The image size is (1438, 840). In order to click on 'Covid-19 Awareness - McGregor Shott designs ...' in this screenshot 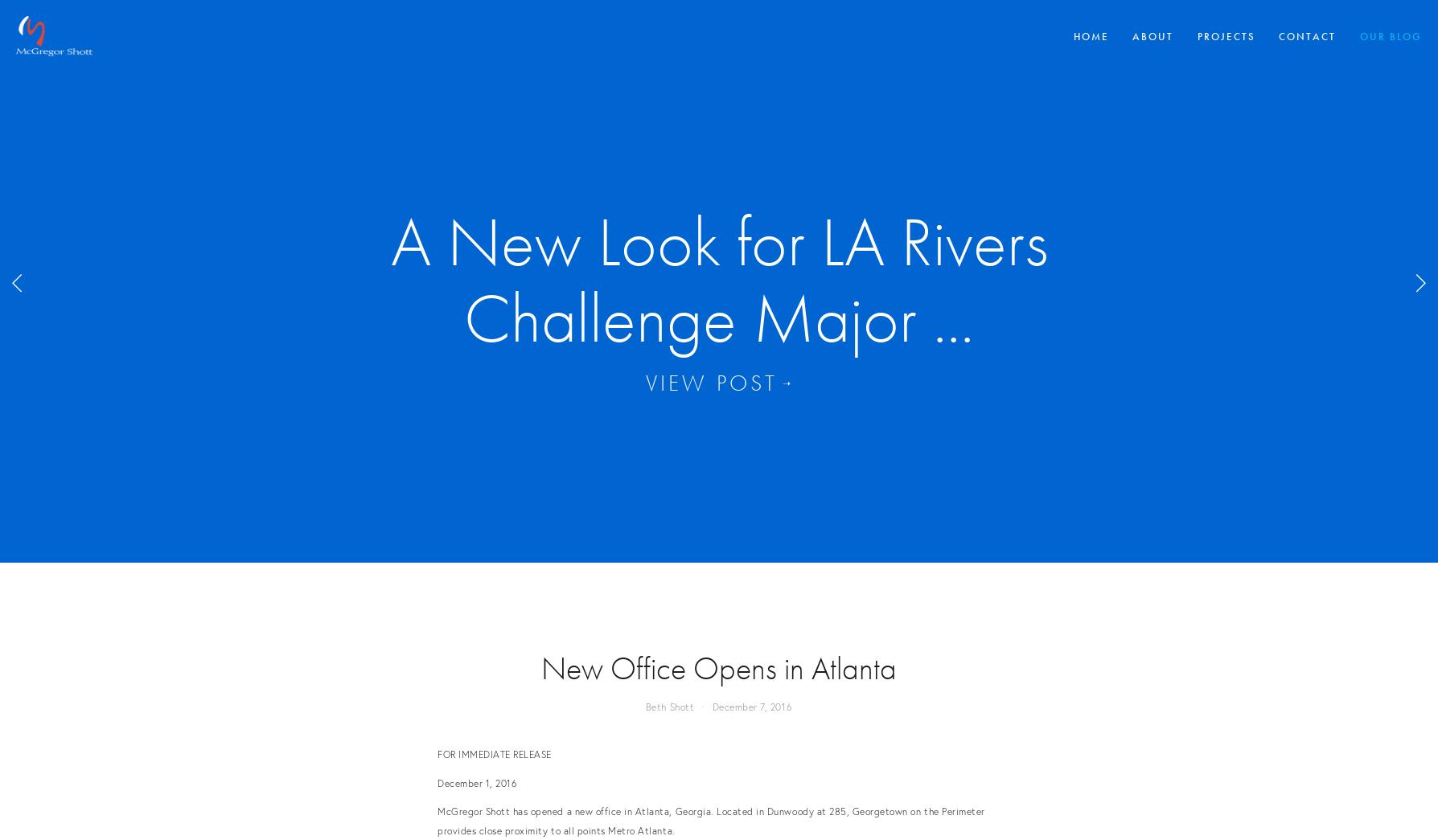, I will do `click(719, 279)`.